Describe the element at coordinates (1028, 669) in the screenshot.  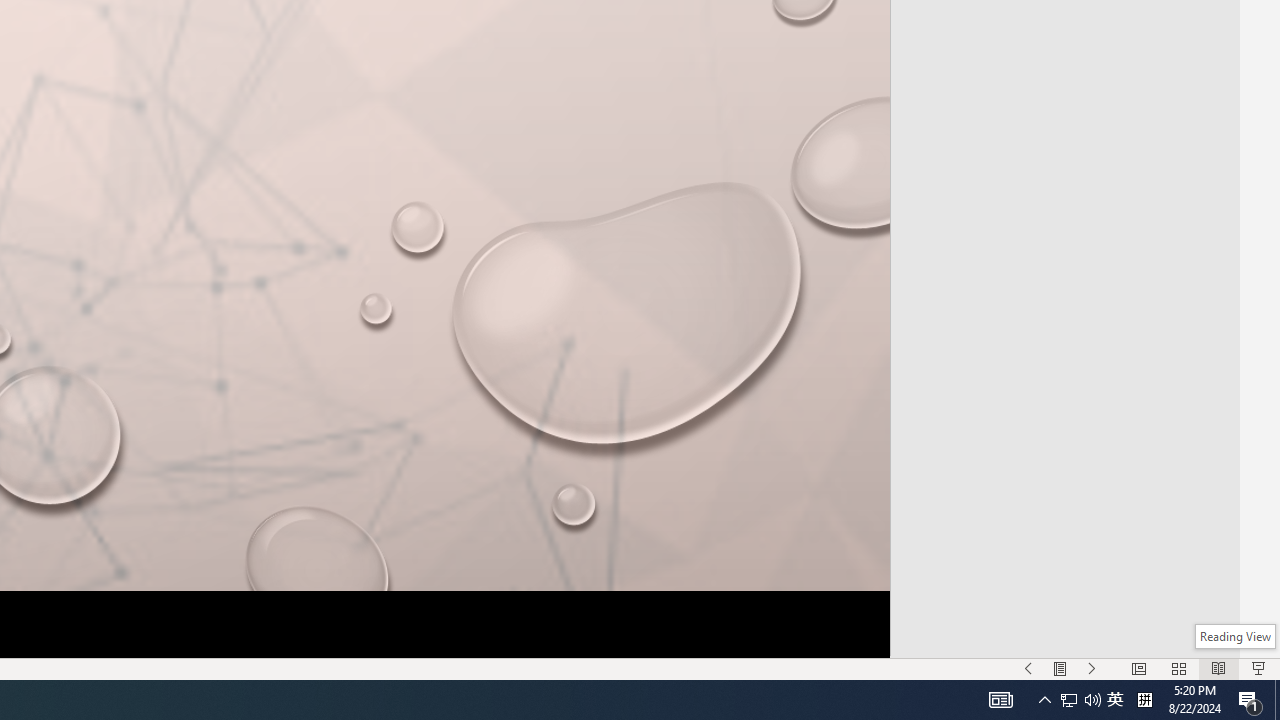
I see `'Slide Show Previous On'` at that location.